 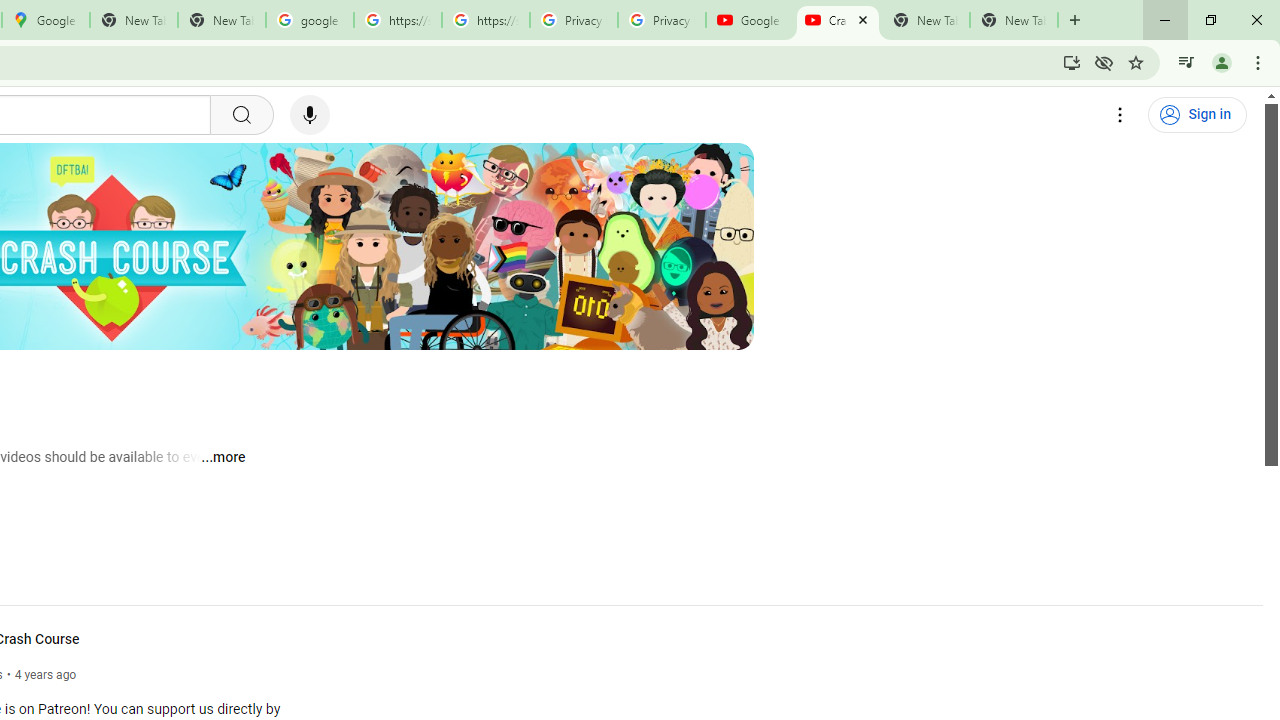 What do you see at coordinates (1165, 20) in the screenshot?
I see `'Minimize'` at bounding box center [1165, 20].